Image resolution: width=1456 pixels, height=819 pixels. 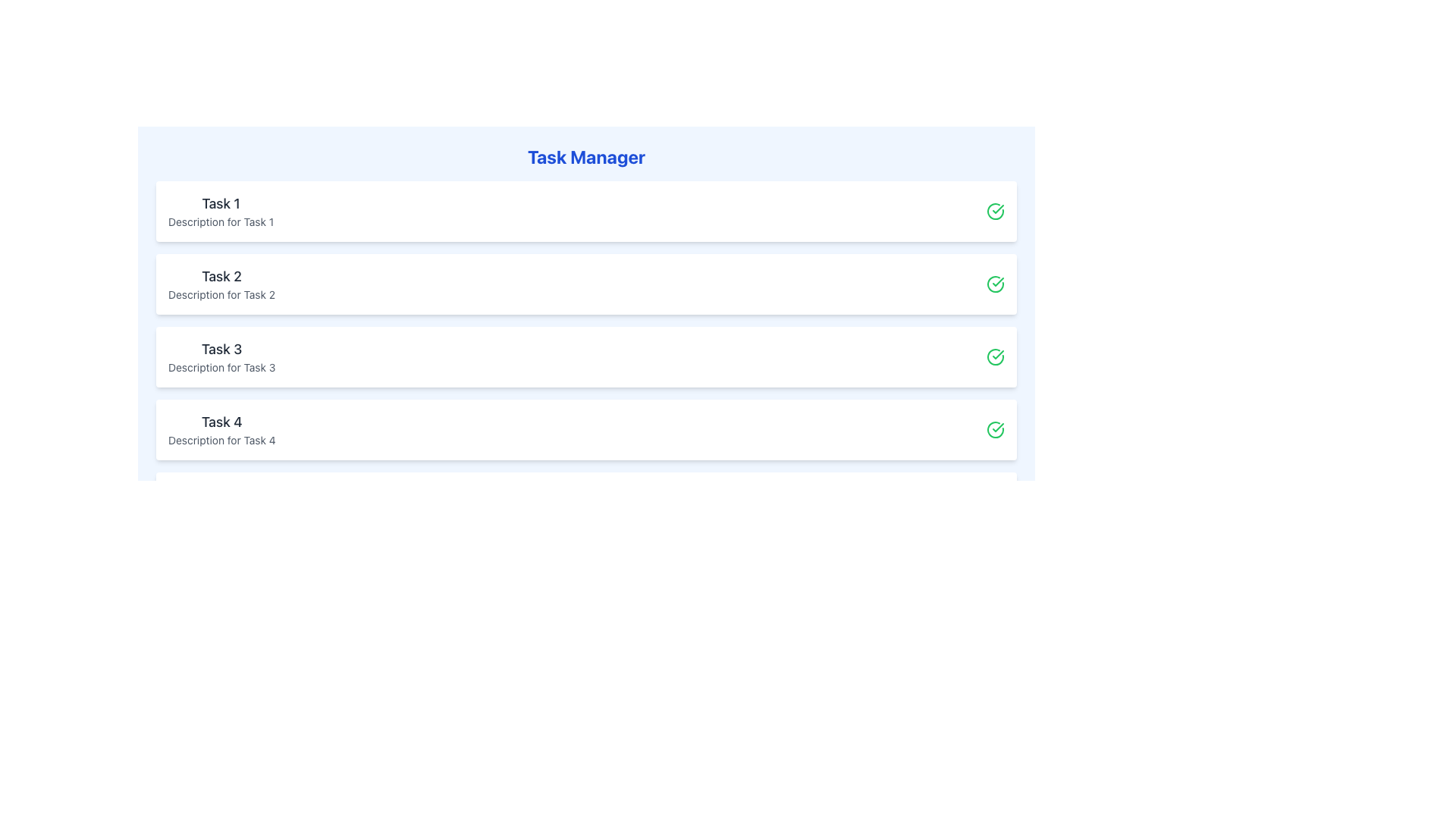 I want to click on the green checkmark icon on the right side of the row for 'Task 1', so click(x=996, y=211).